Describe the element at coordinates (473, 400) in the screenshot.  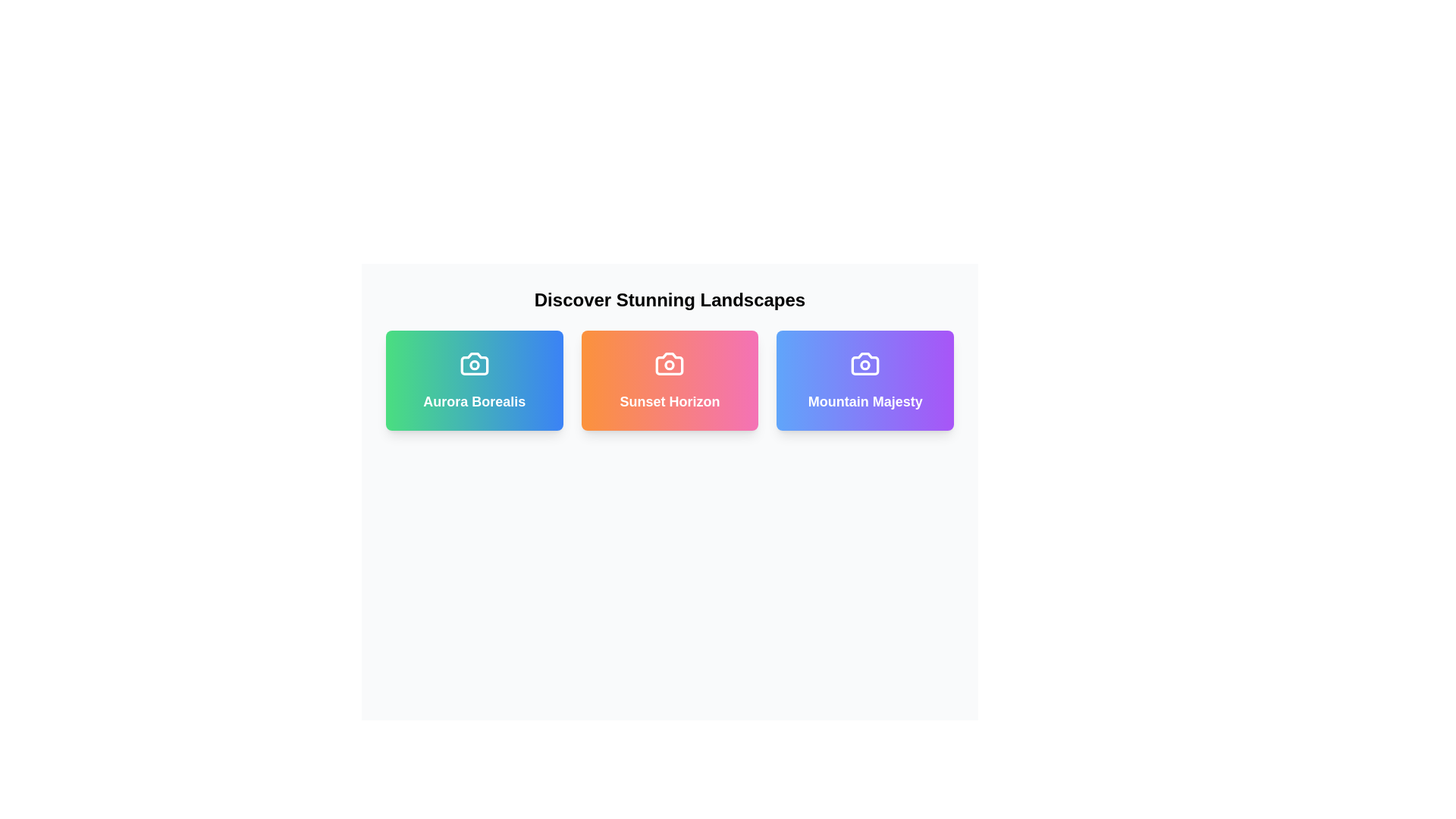
I see `text label displaying 'Aurora Borealis' in bold white font, located at the lower part of the gradient card, centered horizontally and positioned below the camera icon` at that location.